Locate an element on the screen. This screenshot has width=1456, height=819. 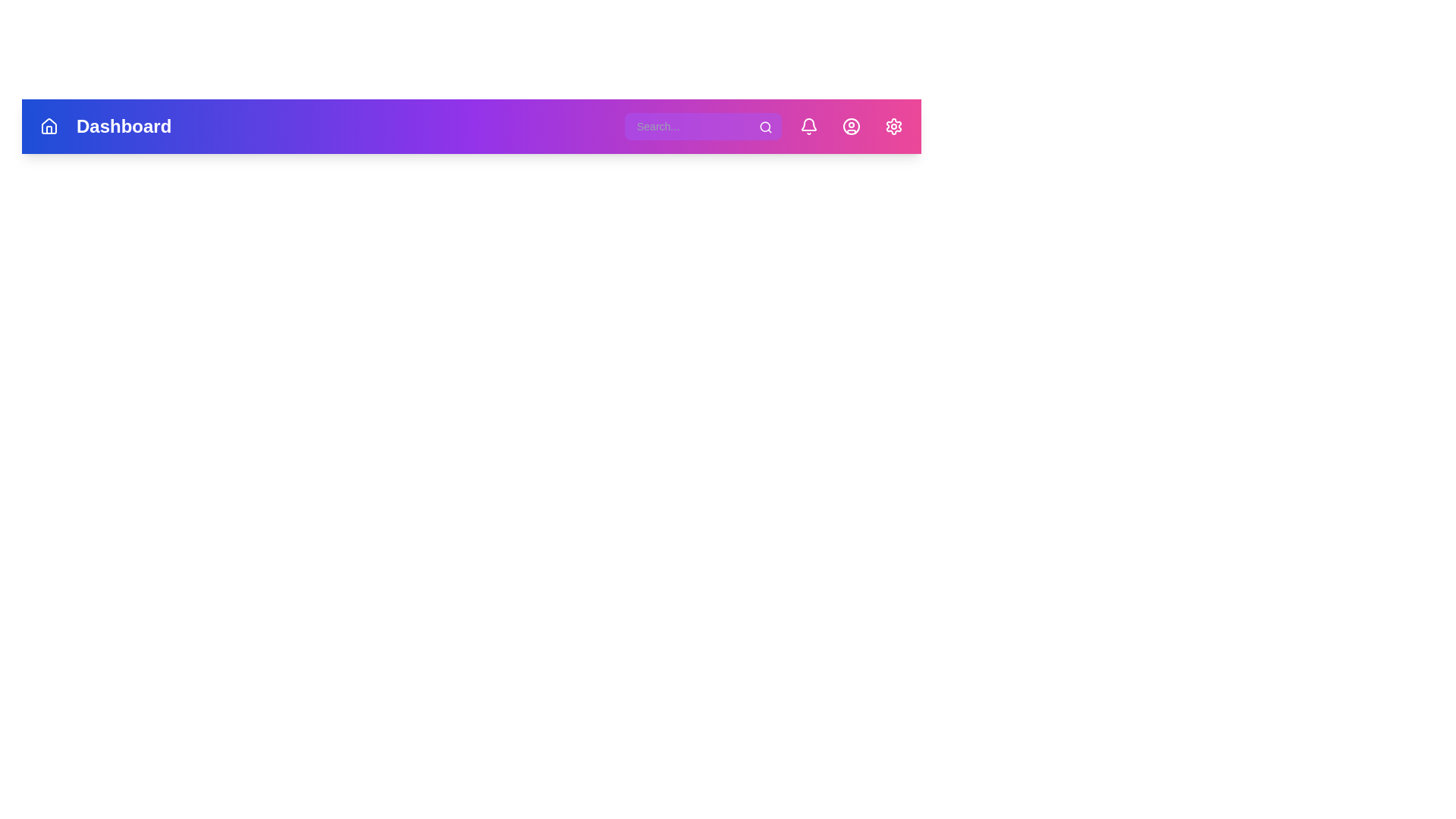
the button labeled 'Home' is located at coordinates (49, 125).